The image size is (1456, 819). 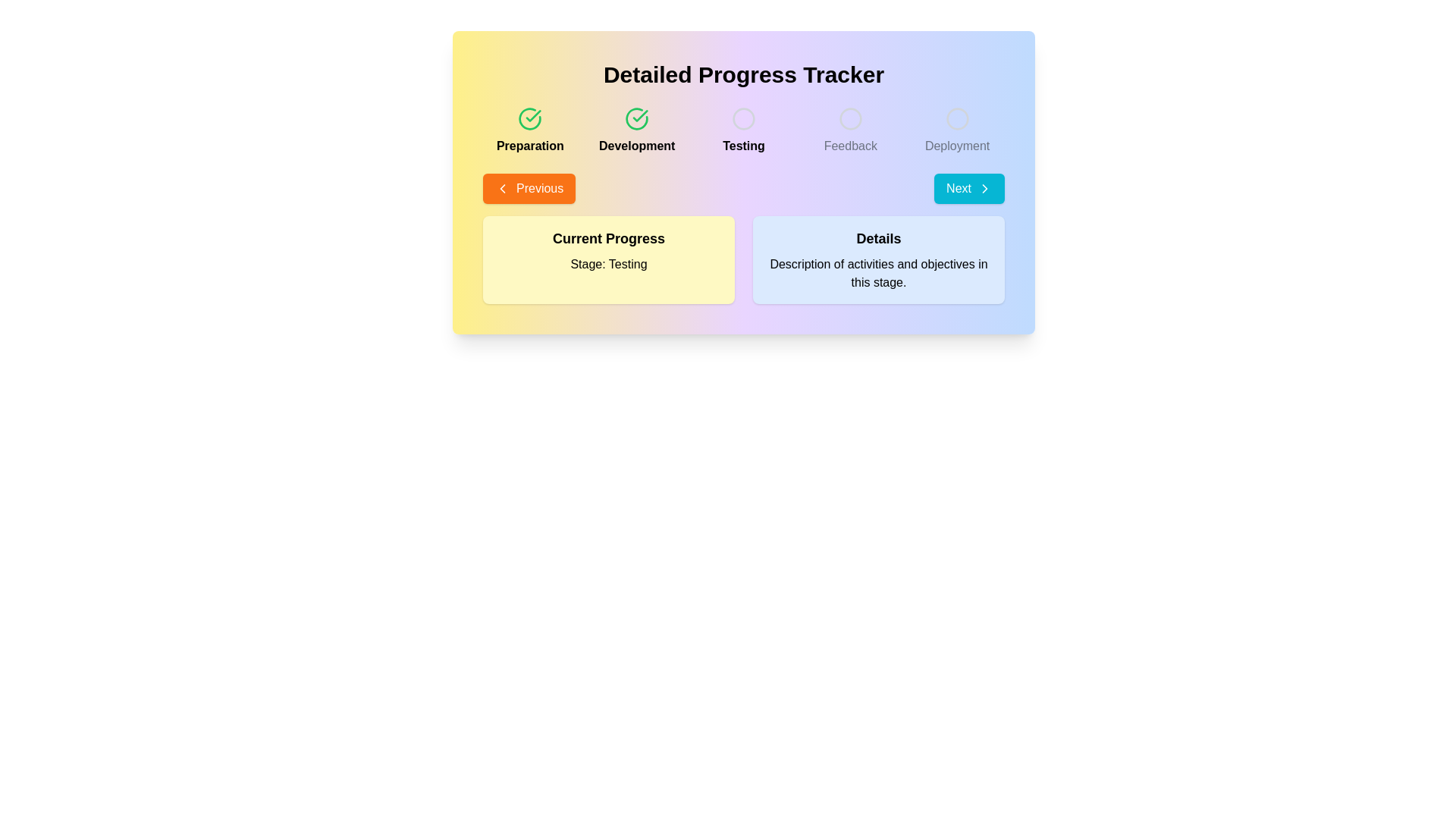 What do you see at coordinates (956, 146) in the screenshot?
I see `the 'Deployment' text label, which is the third label in the progress tracker milestones, styled in gray font and located near the top-right, below the unselected circular icon` at bounding box center [956, 146].